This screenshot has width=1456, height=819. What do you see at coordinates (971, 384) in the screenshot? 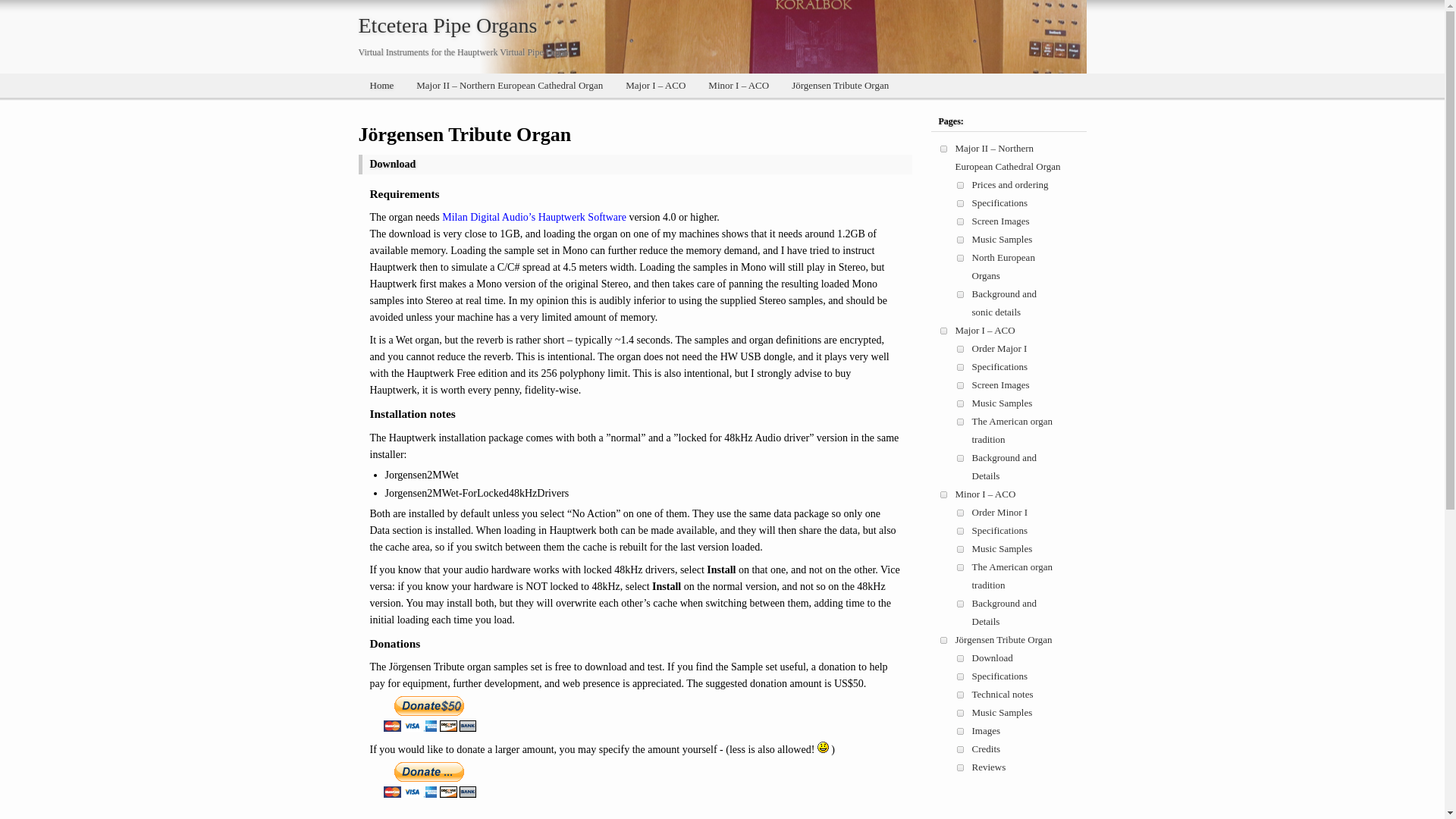
I see `'Screen Images'` at bounding box center [971, 384].